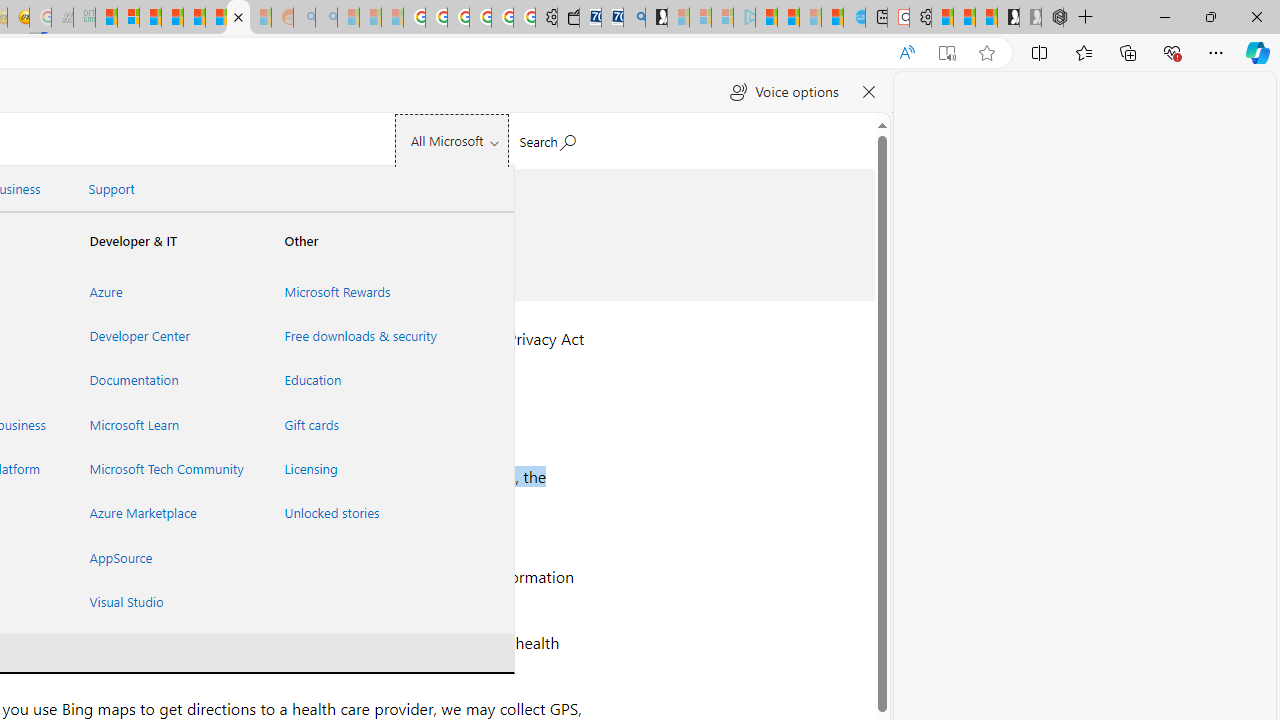 This screenshot has height=720, width=1280. Describe the element at coordinates (1008, 17) in the screenshot. I see `'Play Free Online Games | Games from Microsoft Start'` at that location.